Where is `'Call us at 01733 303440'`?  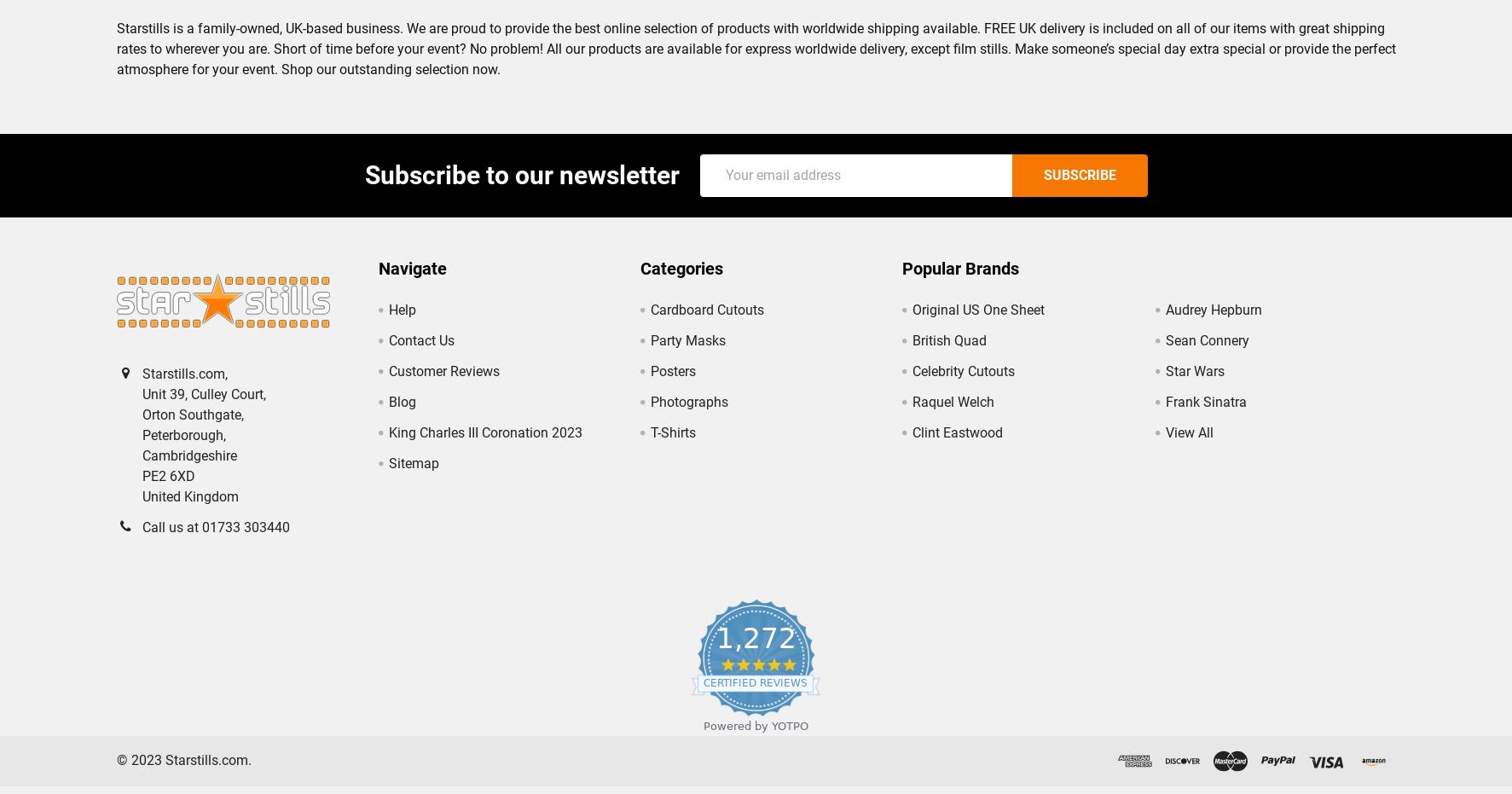
'Call us at 01733 303440' is located at coordinates (141, 541).